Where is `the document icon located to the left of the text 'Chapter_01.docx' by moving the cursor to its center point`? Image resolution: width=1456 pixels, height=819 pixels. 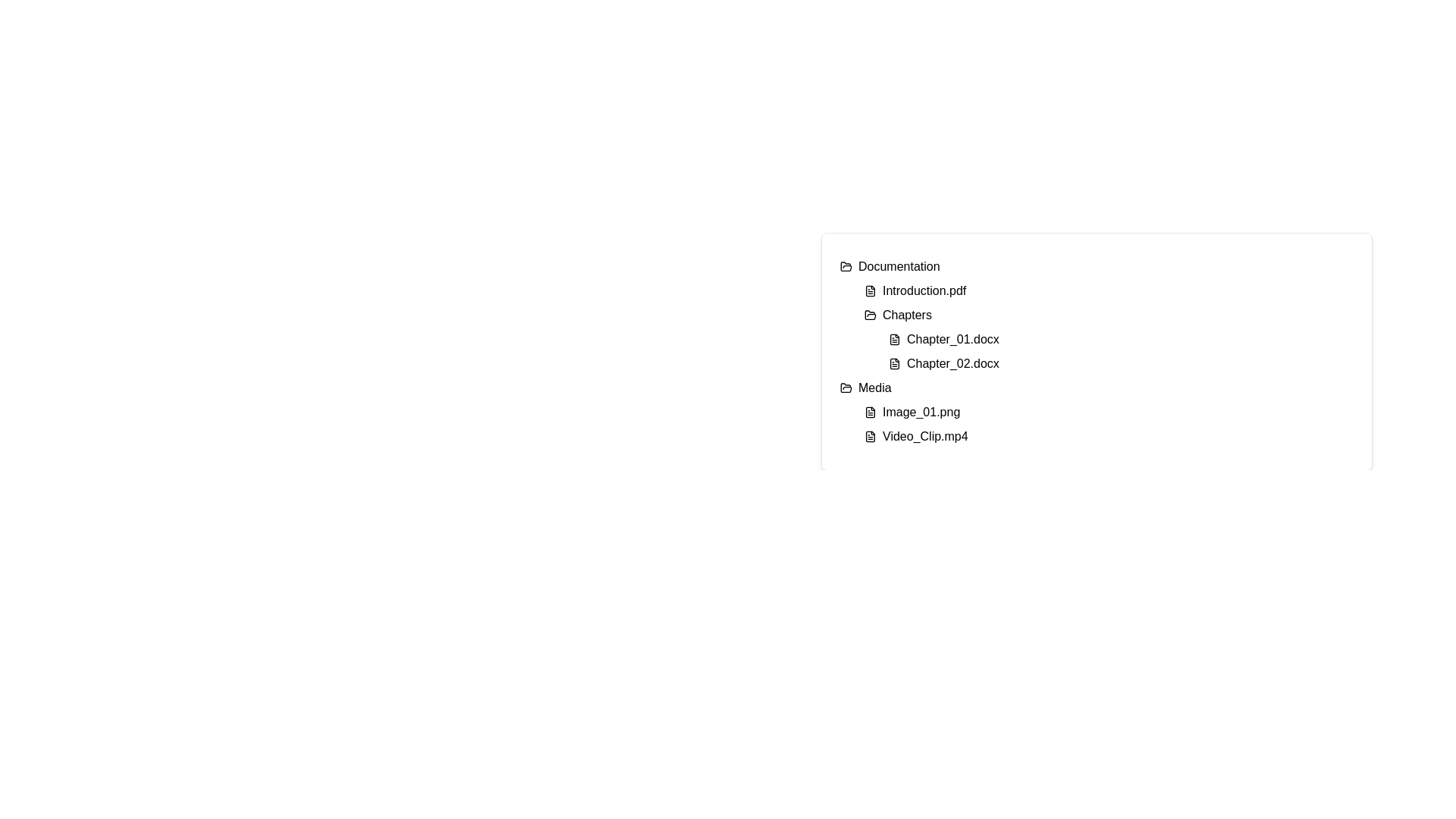 the document icon located to the left of the text 'Chapter_01.docx' by moving the cursor to its center point is located at coordinates (895, 338).